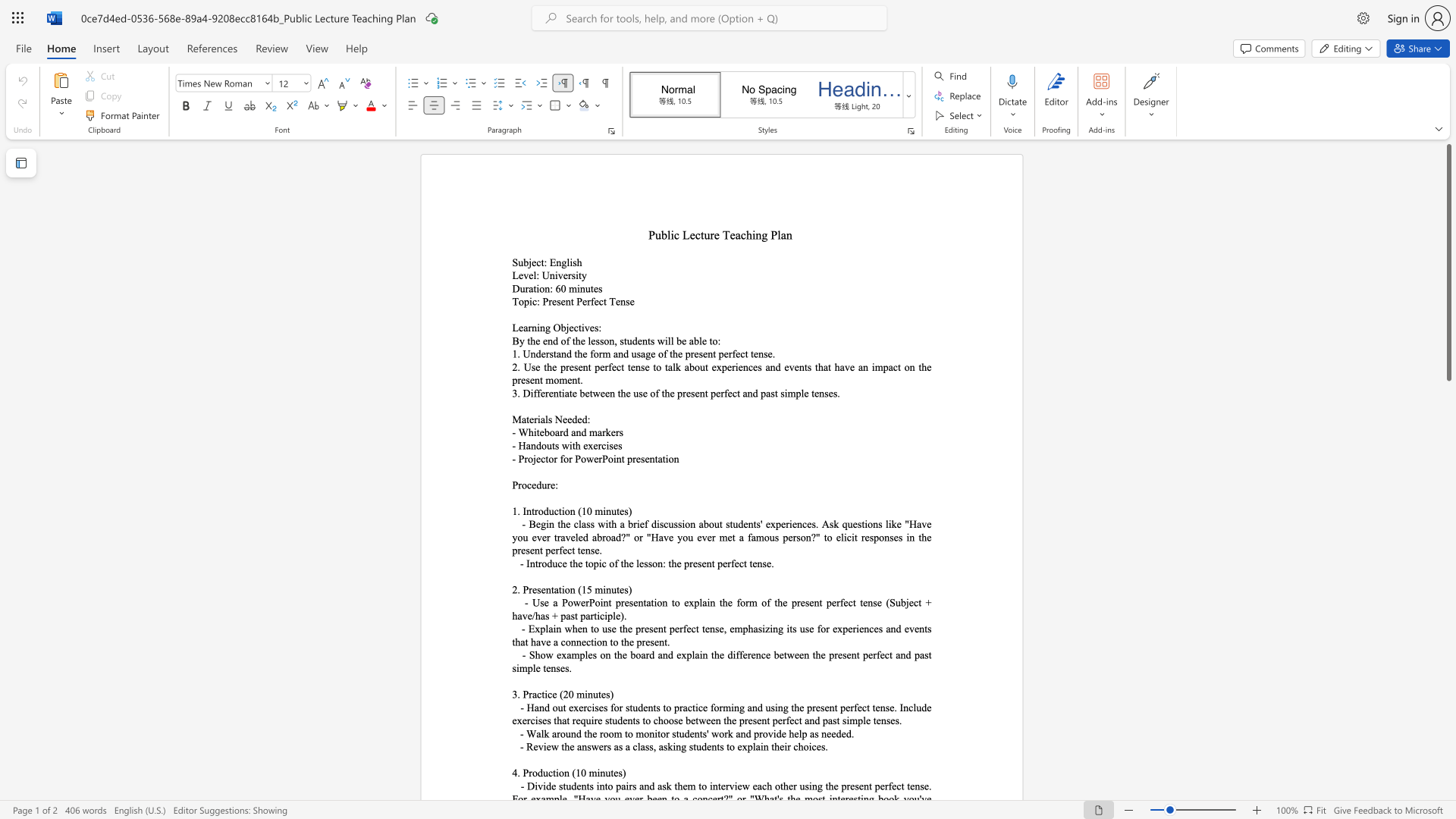  What do you see at coordinates (663, 720) in the screenshot?
I see `the subset text "oose between the present perfect and past simple" within the text "- Hand out exercises for students to practice forming and using the present perfect tense. Include exercises that require students to choose between the present perfect and past simple tenses."` at bounding box center [663, 720].